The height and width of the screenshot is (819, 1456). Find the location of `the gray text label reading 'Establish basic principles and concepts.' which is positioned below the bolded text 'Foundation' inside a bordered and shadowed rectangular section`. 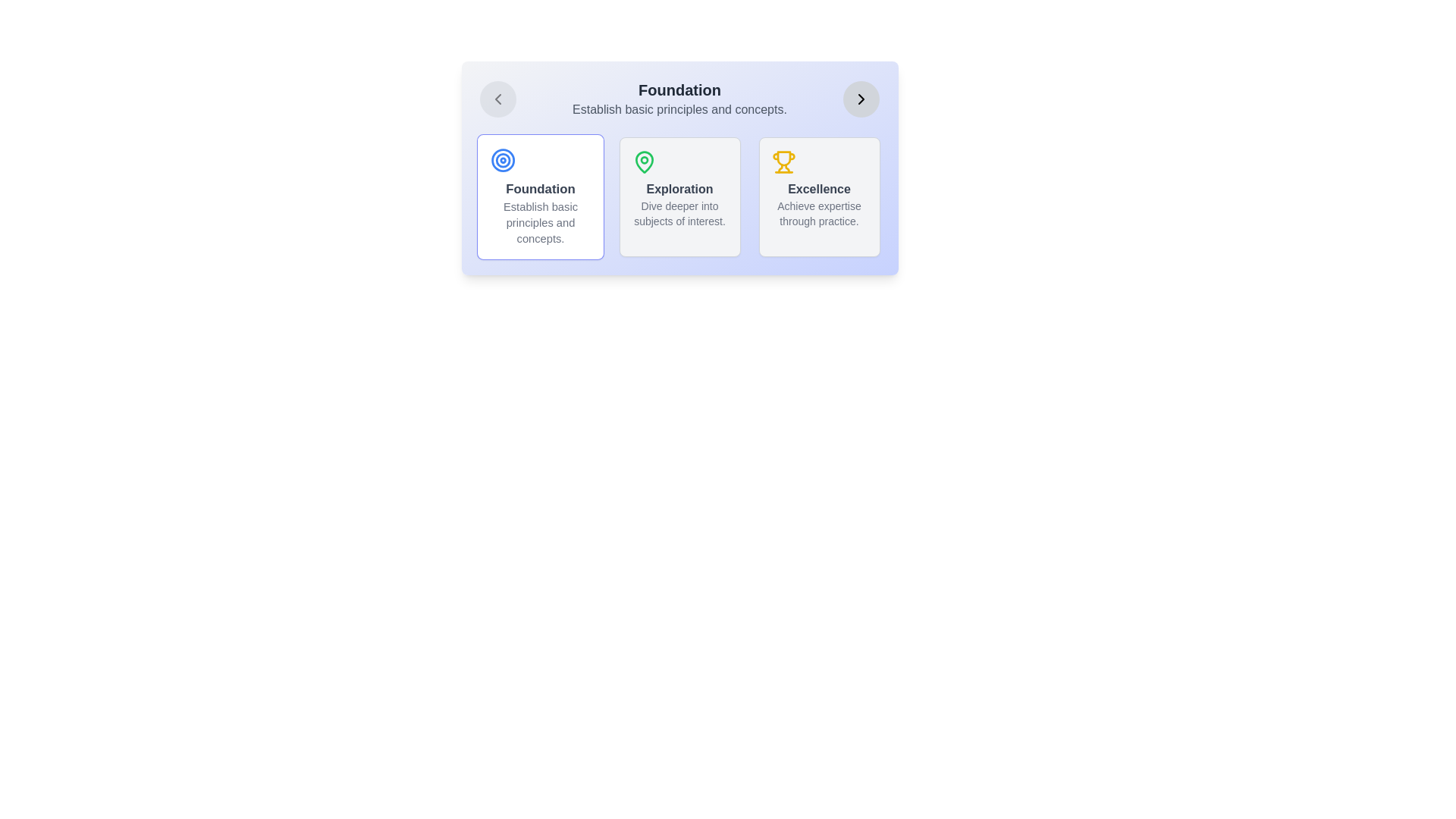

the gray text label reading 'Establish basic principles and concepts.' which is positioned below the bolded text 'Foundation' inside a bordered and shadowed rectangular section is located at coordinates (540, 222).